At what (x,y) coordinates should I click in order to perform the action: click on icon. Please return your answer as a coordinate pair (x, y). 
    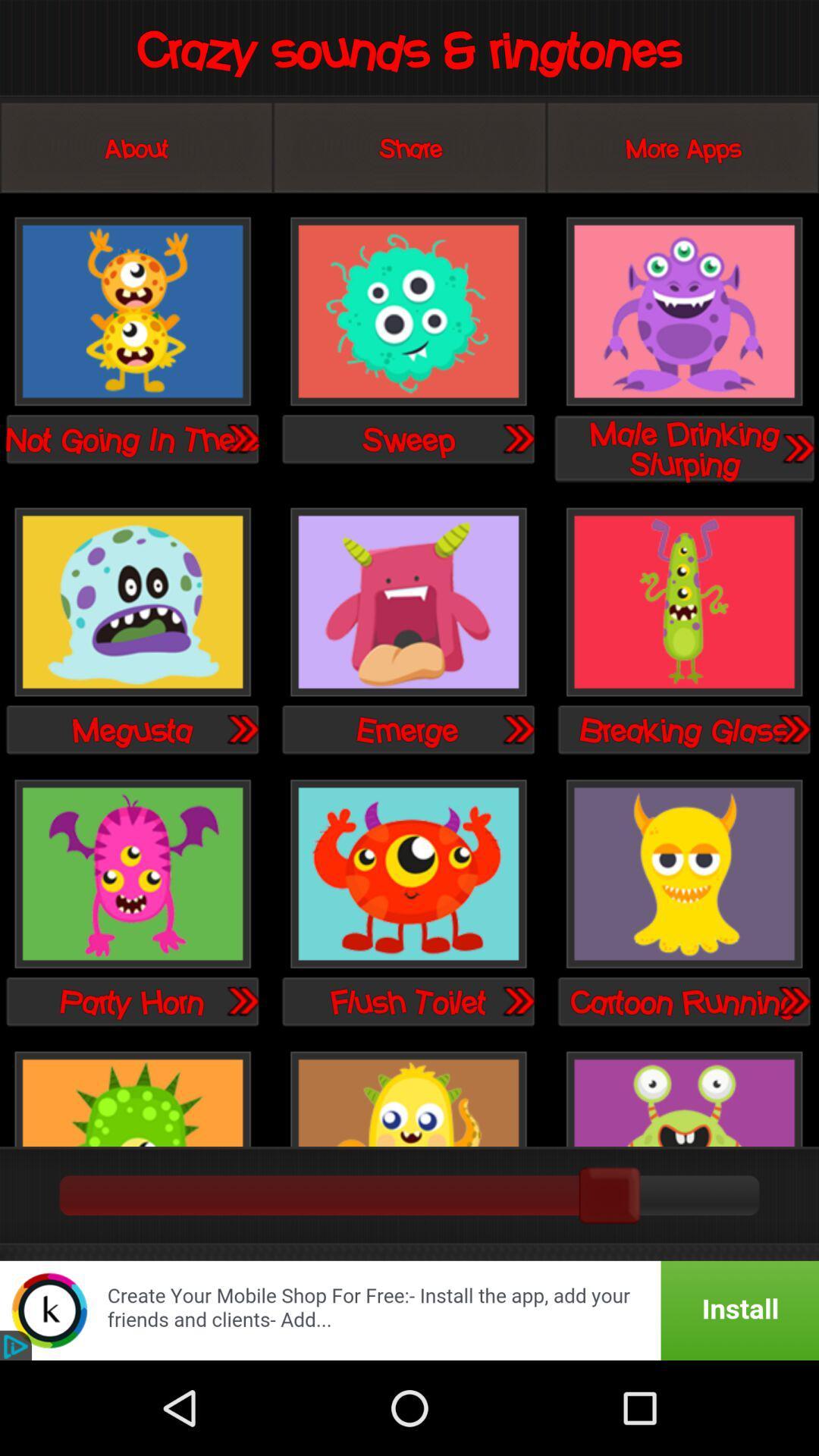
    Looking at the image, I should click on (684, 875).